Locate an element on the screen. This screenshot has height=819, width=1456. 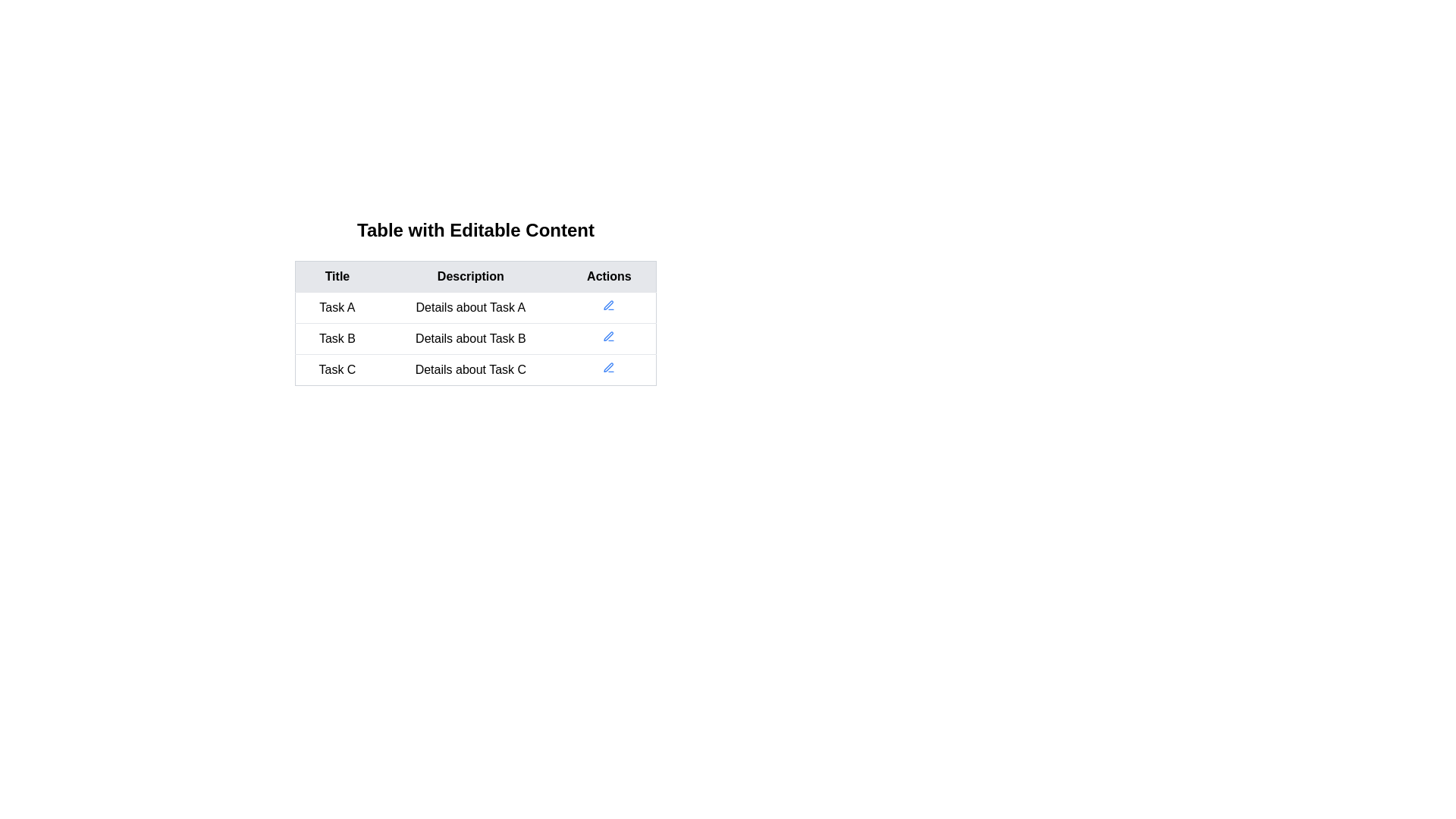
the static text label that identifies 'Task A' in the first row of the table under the 'Title' column is located at coordinates (336, 307).